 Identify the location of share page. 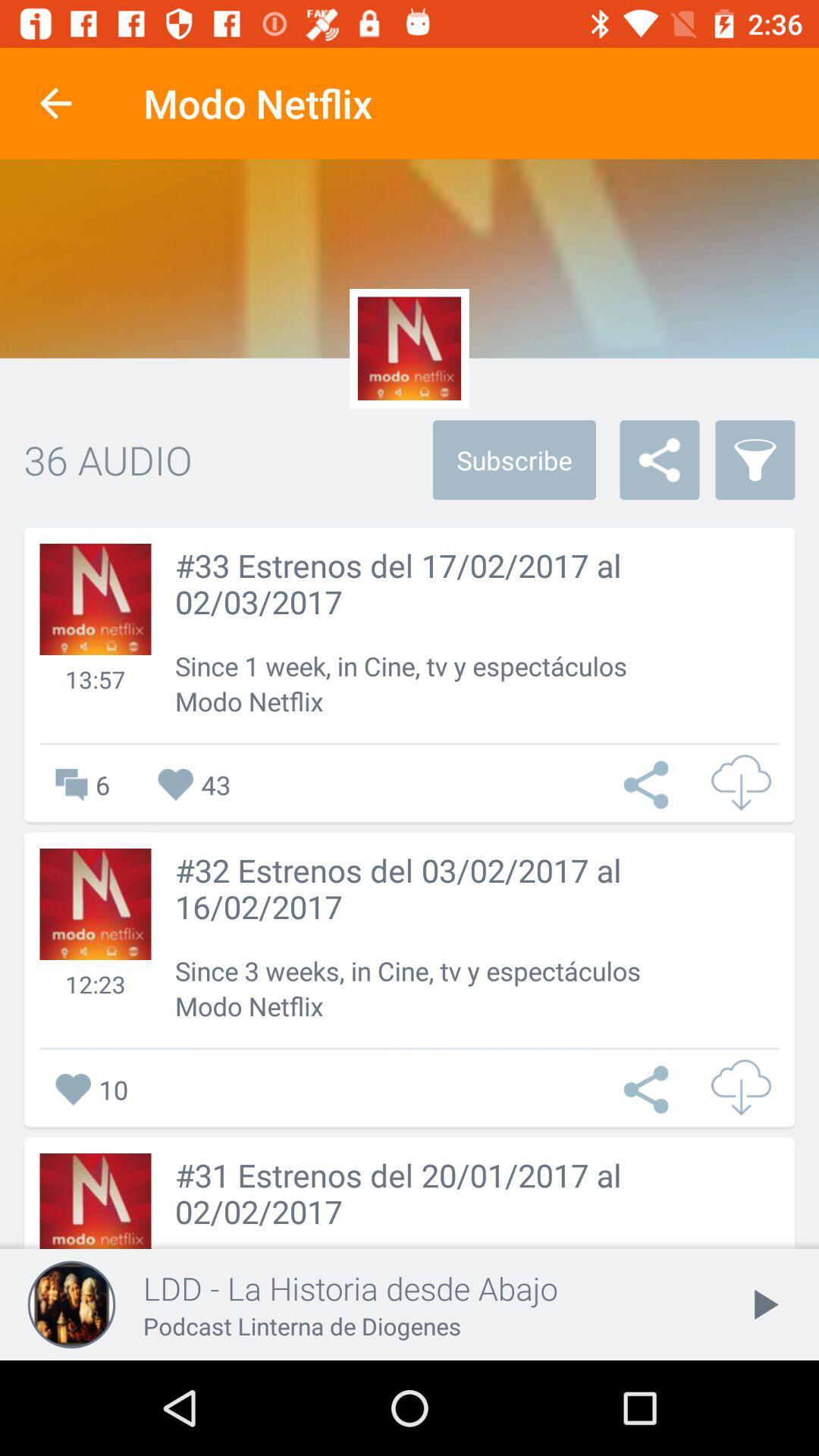
(649, 1088).